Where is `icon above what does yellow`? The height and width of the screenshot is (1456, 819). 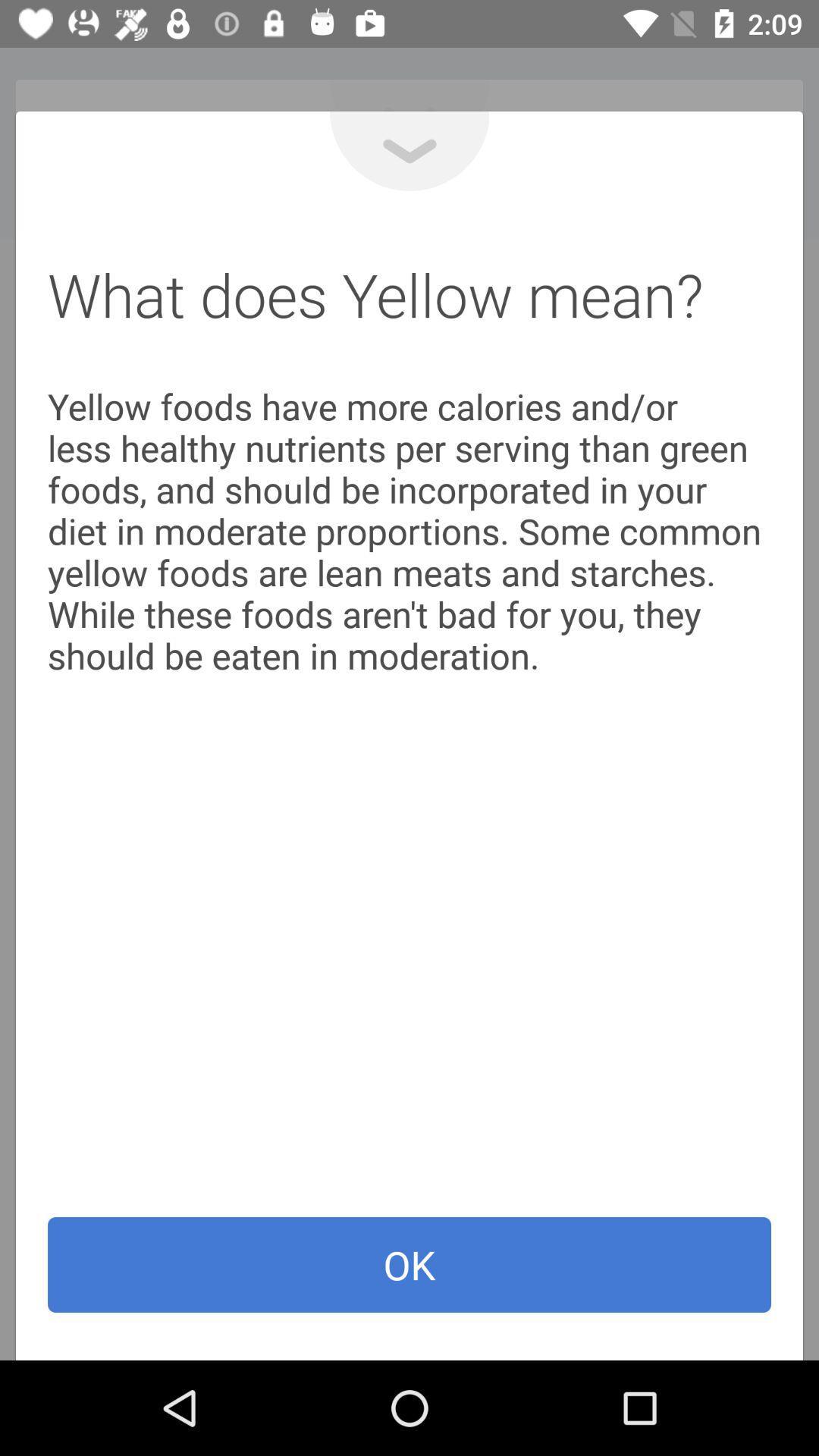
icon above what does yellow is located at coordinates (409, 151).